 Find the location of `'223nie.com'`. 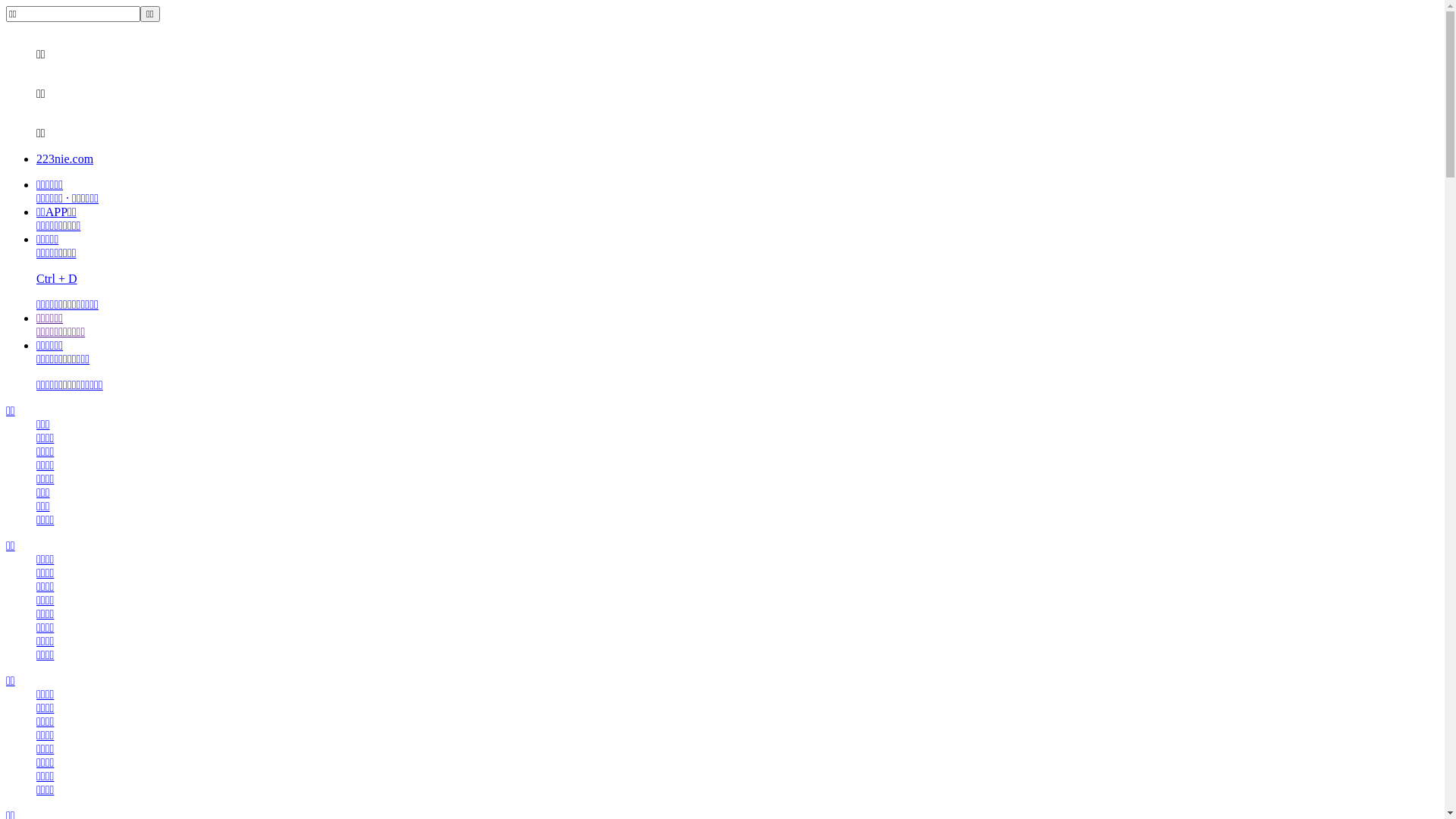

'223nie.com' is located at coordinates (64, 158).